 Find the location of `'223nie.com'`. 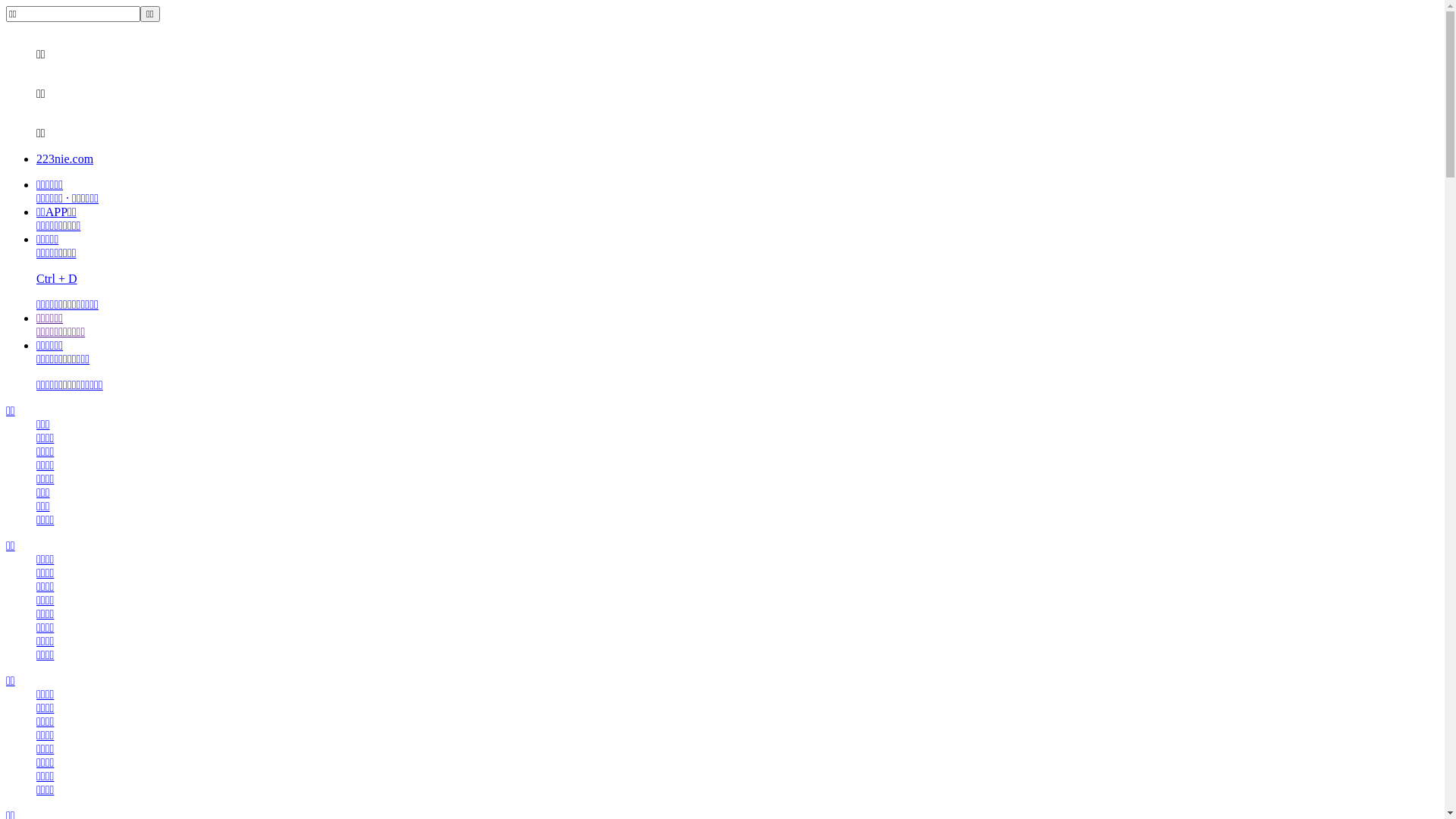

'223nie.com' is located at coordinates (64, 158).